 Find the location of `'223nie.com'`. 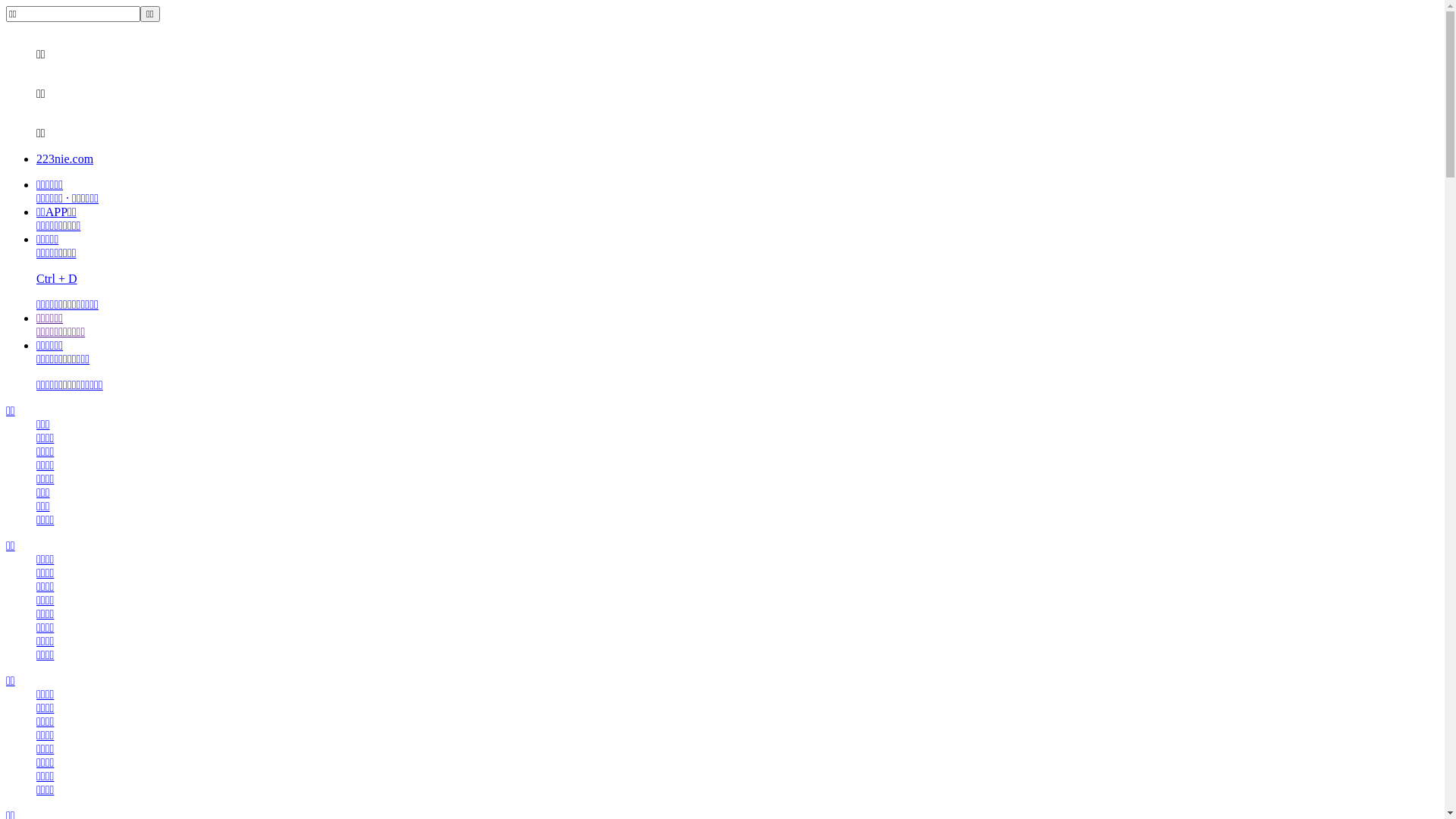

'223nie.com' is located at coordinates (64, 158).